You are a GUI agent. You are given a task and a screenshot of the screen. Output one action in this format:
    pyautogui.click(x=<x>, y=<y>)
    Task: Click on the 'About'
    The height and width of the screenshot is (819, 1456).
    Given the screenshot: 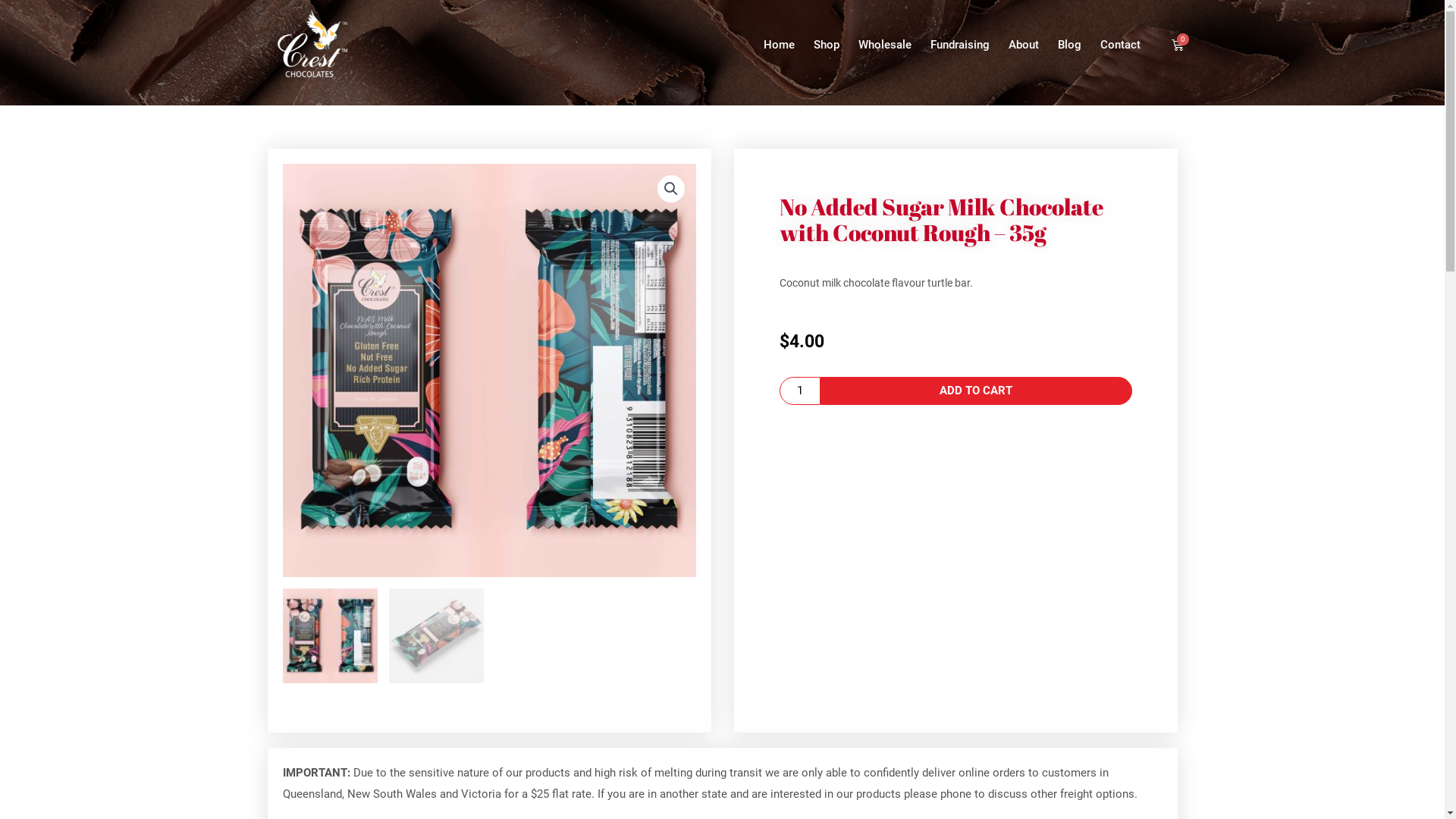 What is the action you would take?
    pyautogui.click(x=1023, y=43)
    